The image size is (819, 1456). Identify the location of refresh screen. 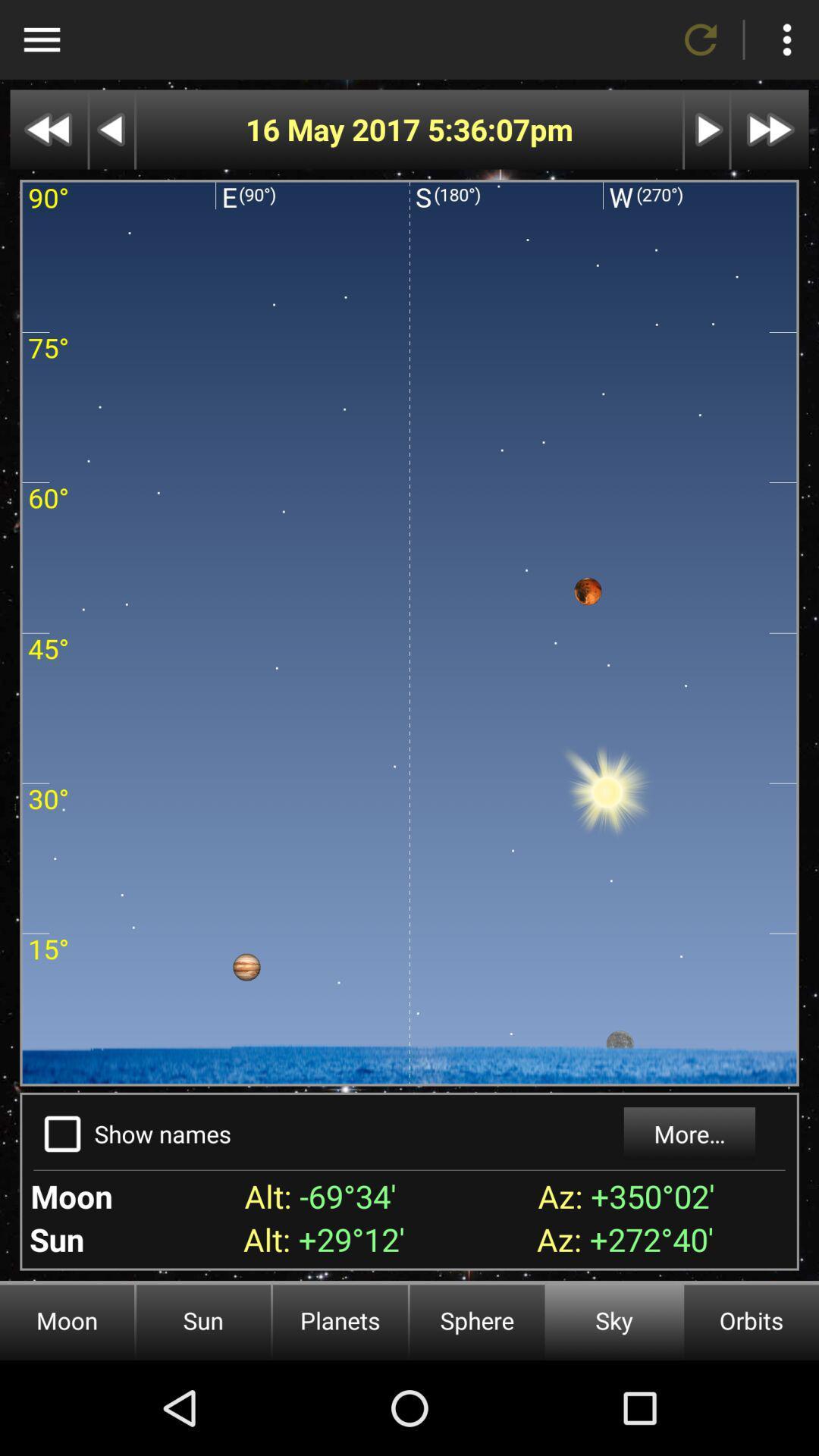
(701, 39).